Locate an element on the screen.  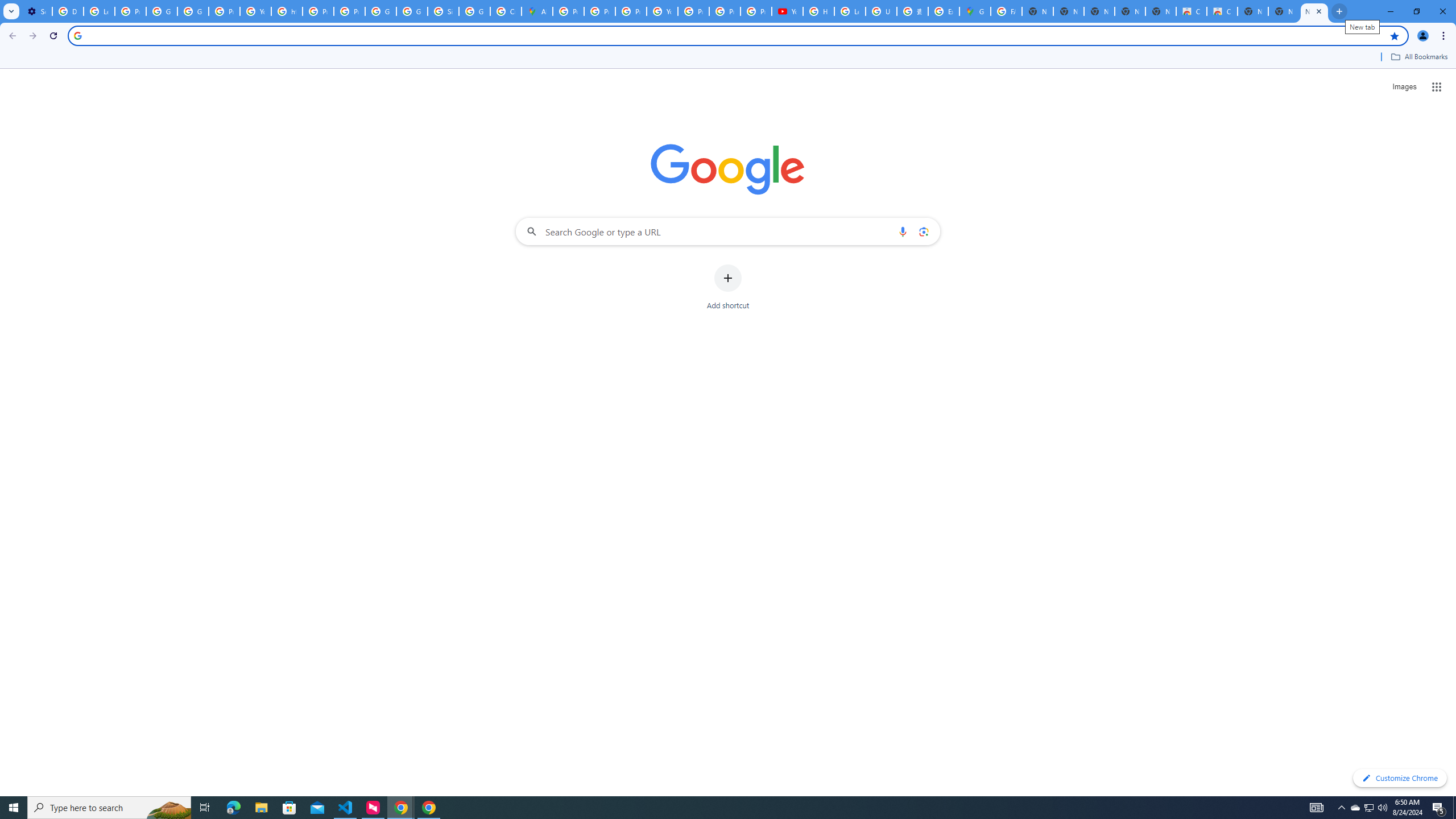
'Google Maps' is located at coordinates (974, 11).